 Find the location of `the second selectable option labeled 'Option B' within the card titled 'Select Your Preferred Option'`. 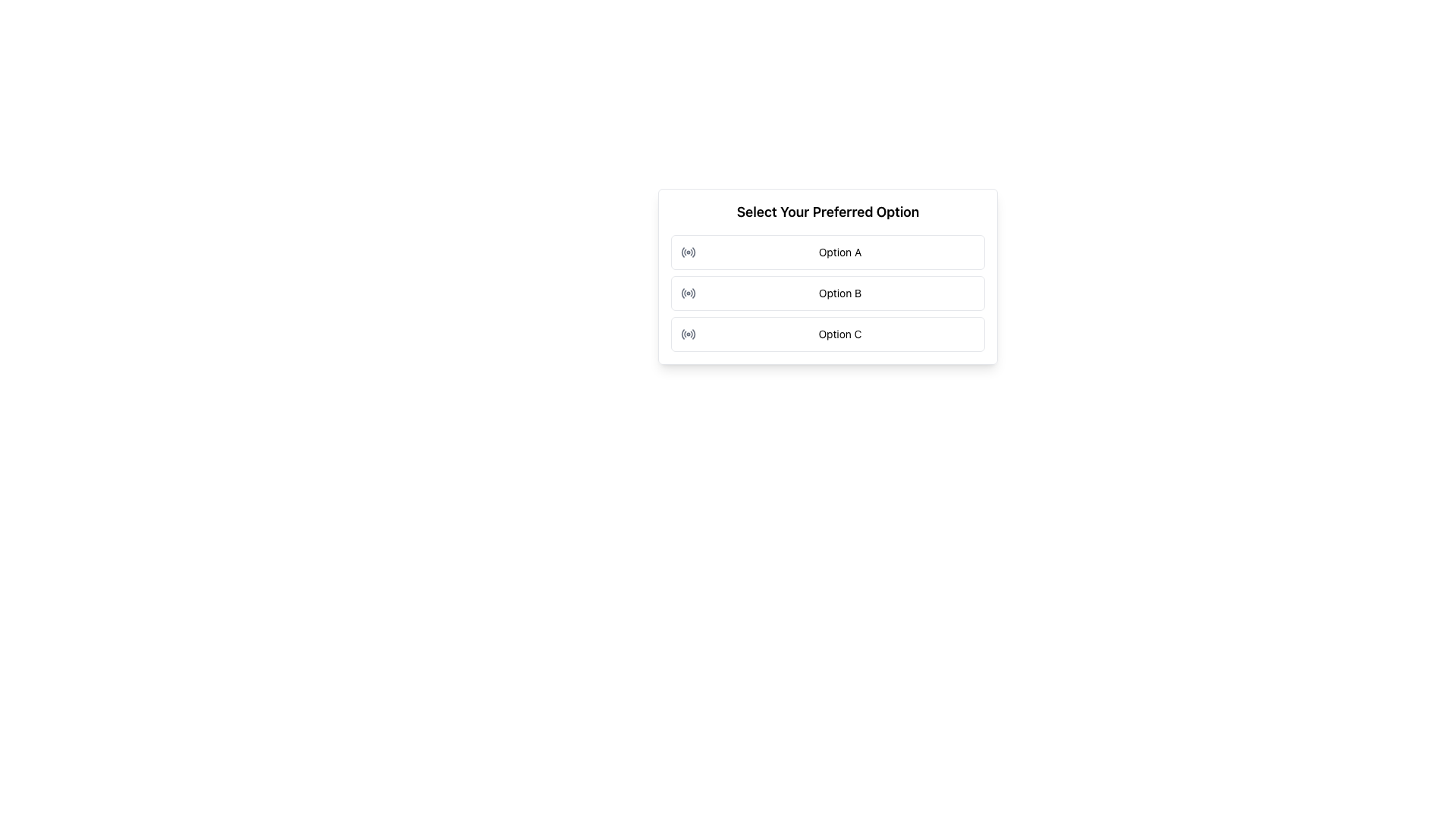

the second selectable option labeled 'Option B' within the card titled 'Select Your Preferred Option' is located at coordinates (827, 277).